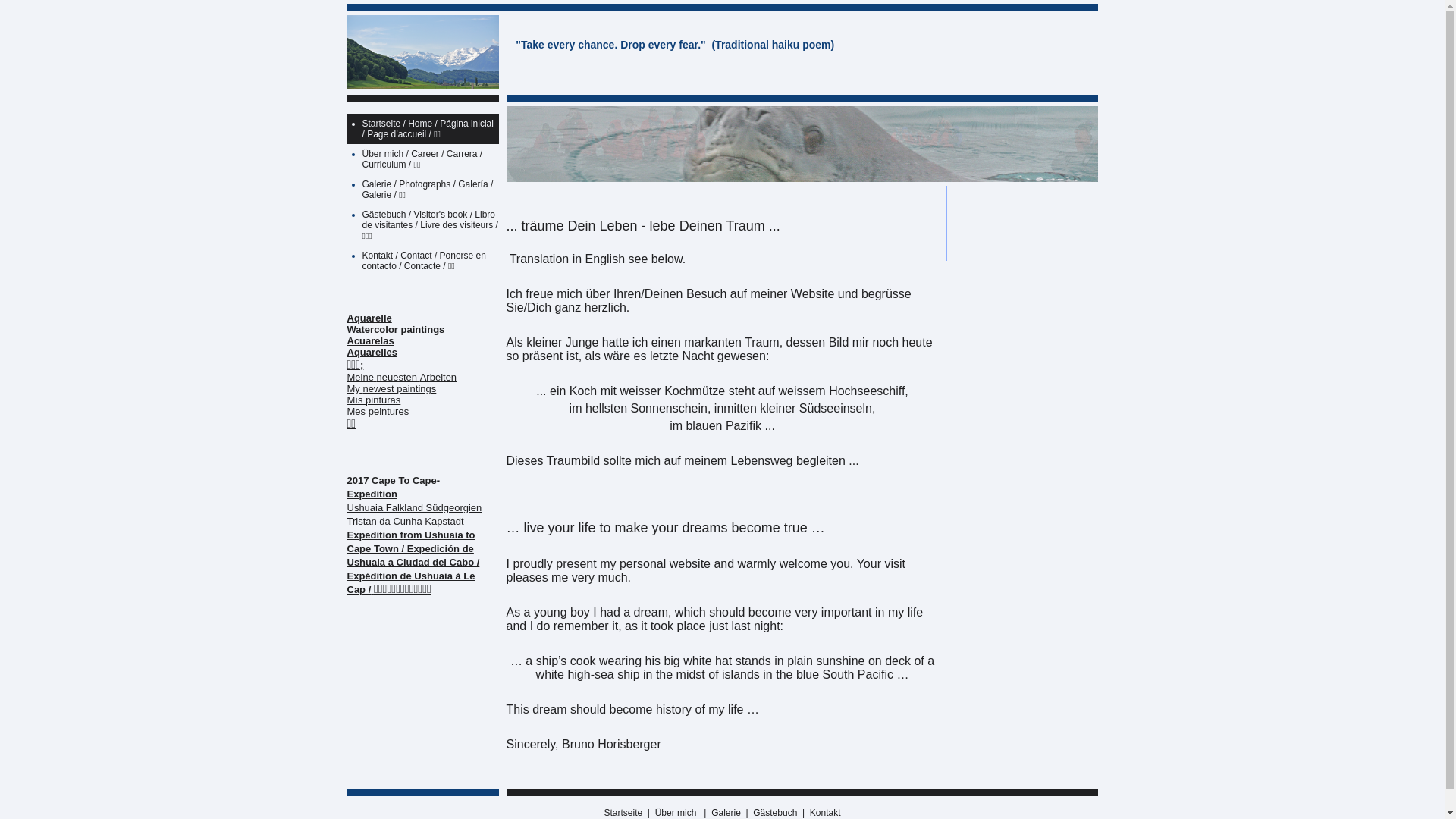  Describe the element at coordinates (369, 317) in the screenshot. I see `'Aquarelle'` at that location.